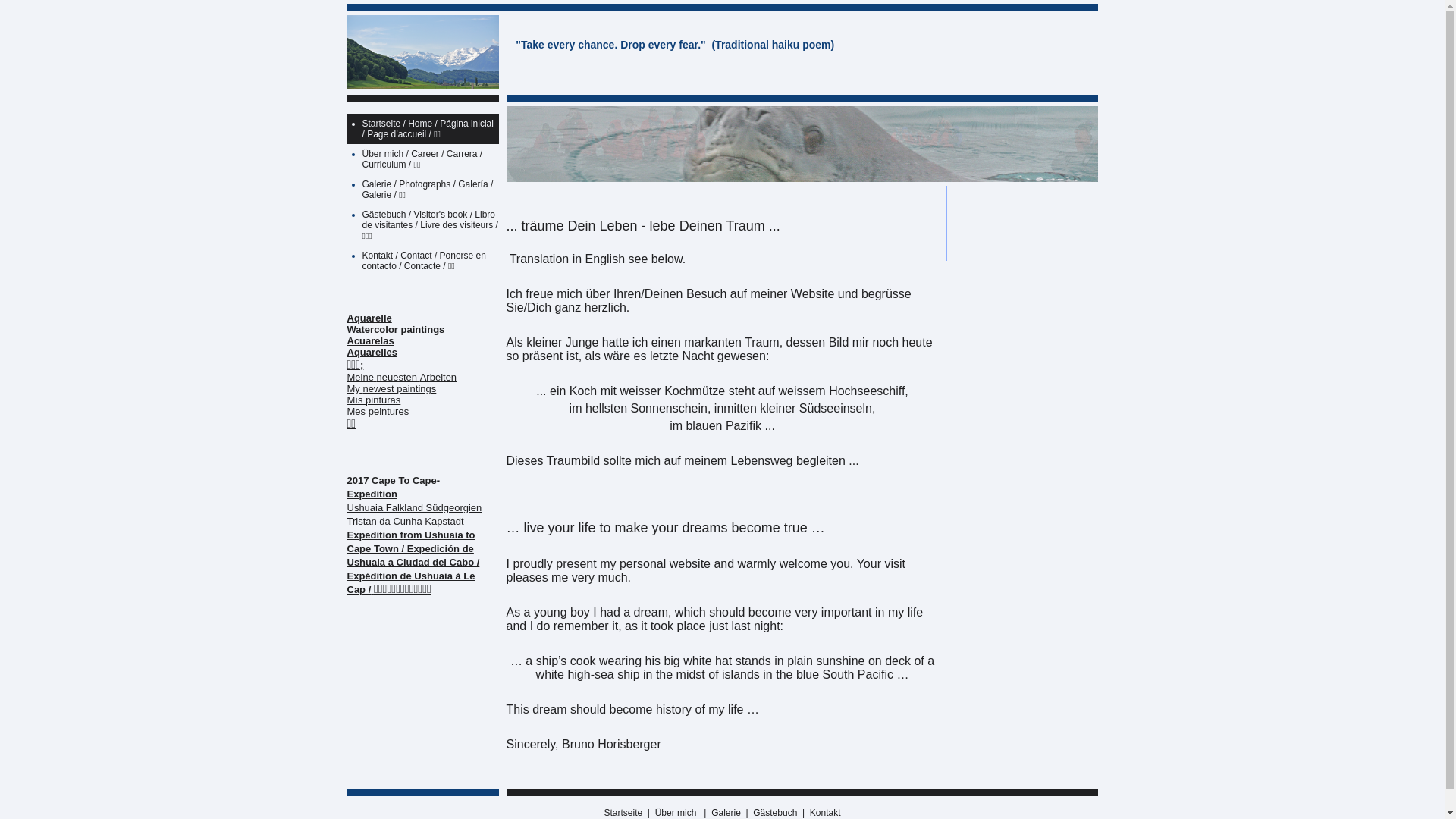  Describe the element at coordinates (369, 317) in the screenshot. I see `'Aquarelle'` at that location.